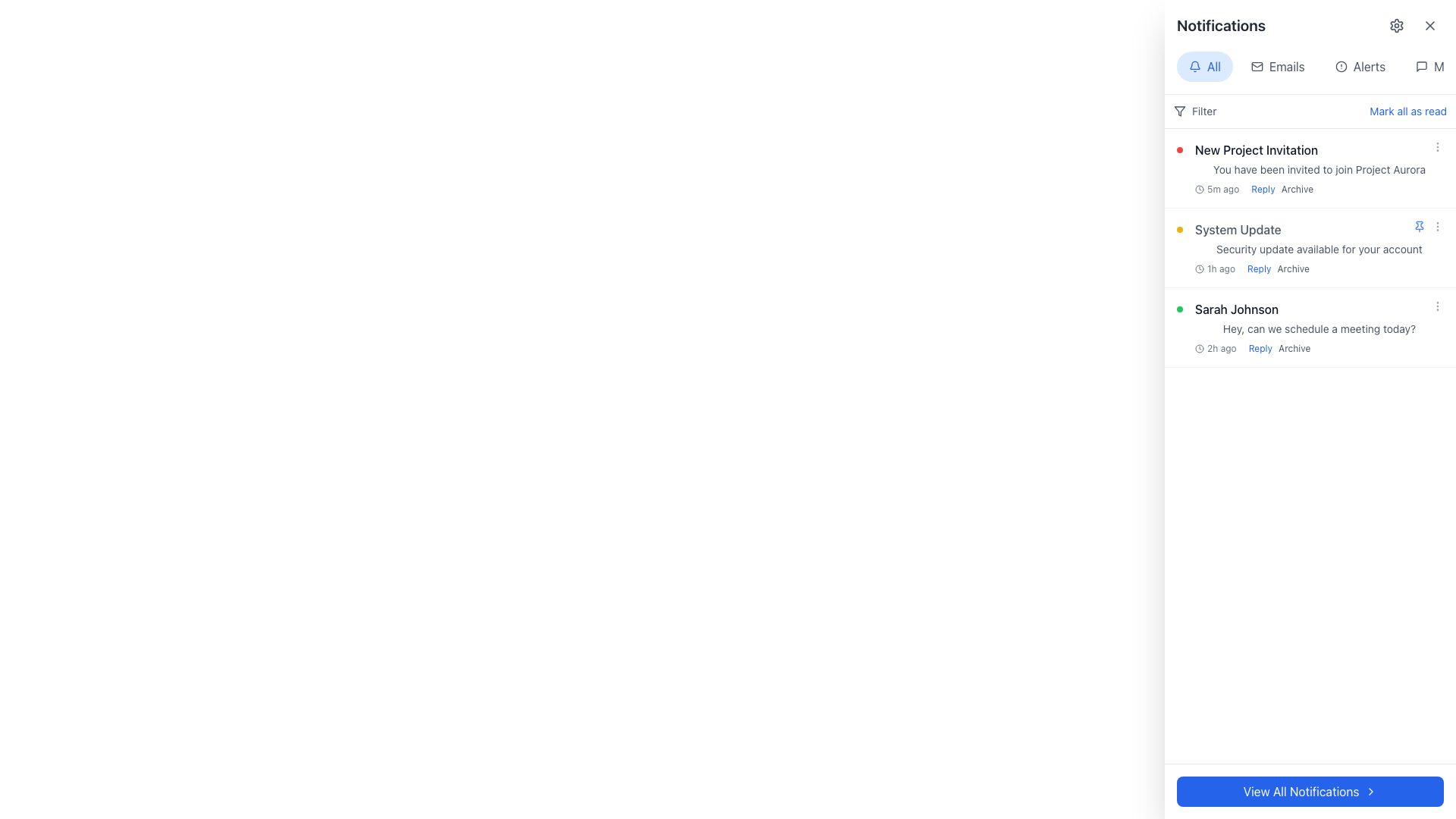 This screenshot has height=819, width=1456. What do you see at coordinates (1318, 327) in the screenshot?
I see `the notification entry from 'Sarah Johnson' indicating 'Hey, can we schedule a meeting today?' in the Notifications panel, located in the third position of the list` at bounding box center [1318, 327].